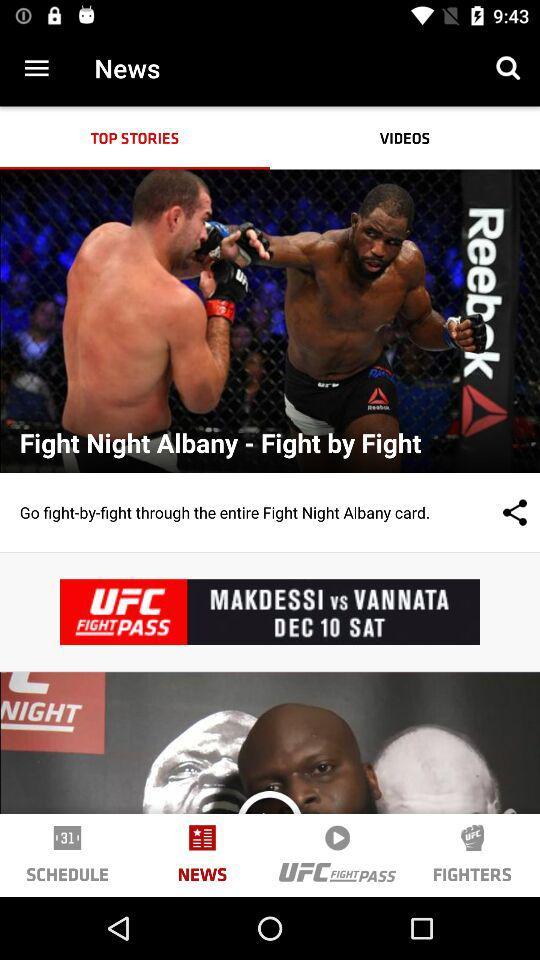 The width and height of the screenshot is (540, 960). Describe the element at coordinates (494, 511) in the screenshot. I see `share this` at that location.